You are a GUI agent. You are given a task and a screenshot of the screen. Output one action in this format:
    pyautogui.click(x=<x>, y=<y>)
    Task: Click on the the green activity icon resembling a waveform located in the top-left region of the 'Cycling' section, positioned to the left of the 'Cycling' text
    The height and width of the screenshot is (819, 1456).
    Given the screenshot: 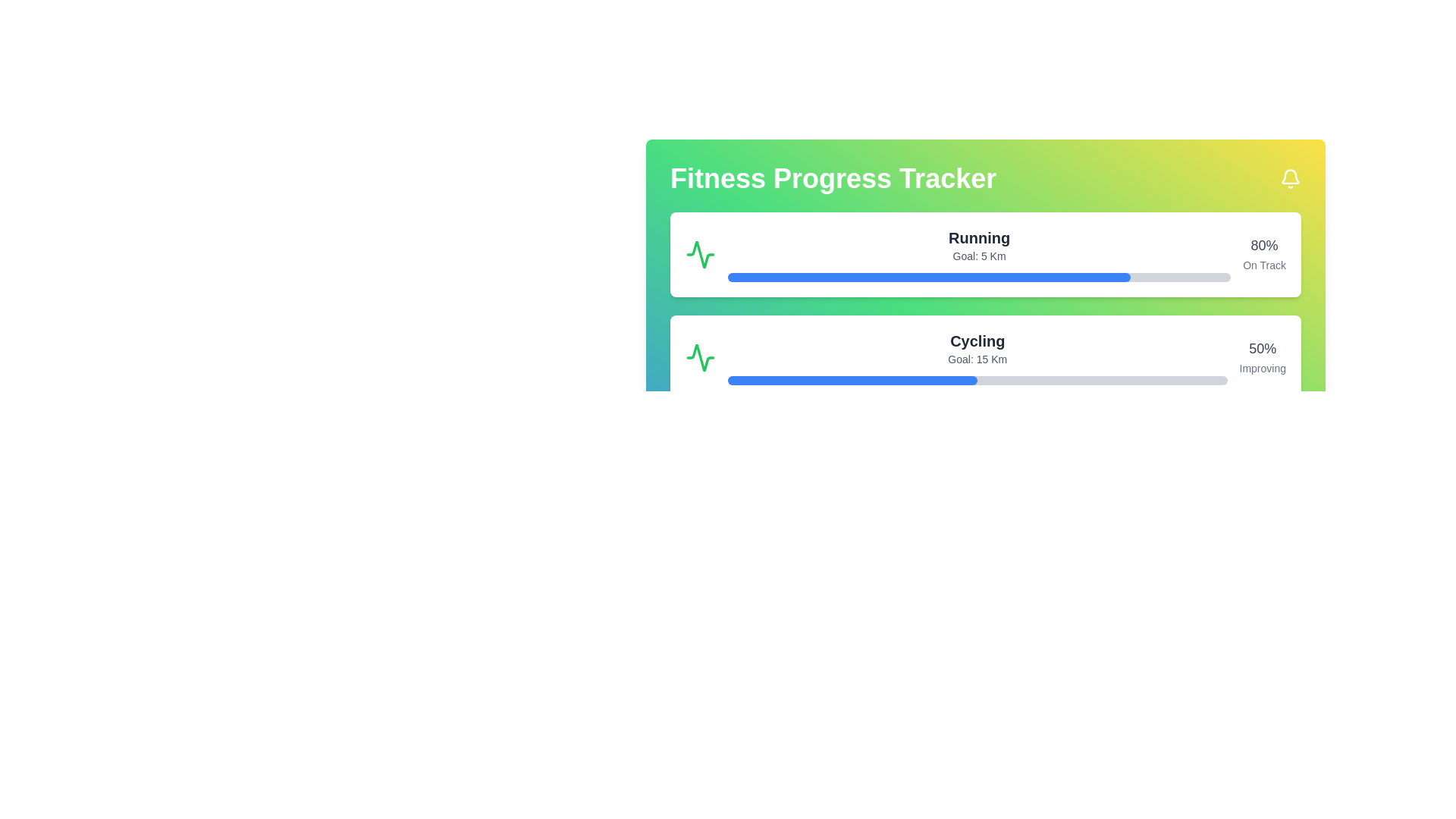 What is the action you would take?
    pyautogui.click(x=700, y=357)
    